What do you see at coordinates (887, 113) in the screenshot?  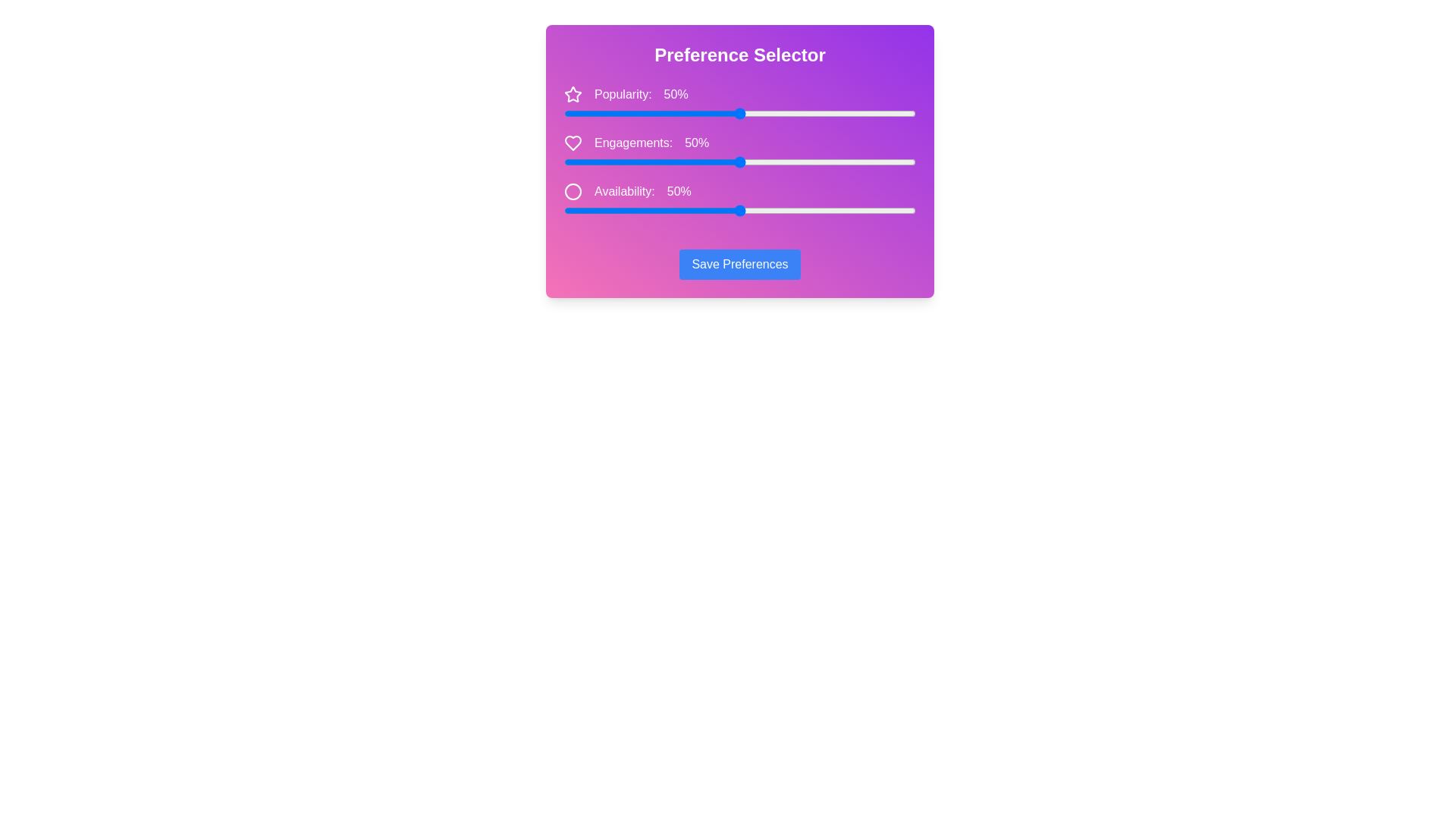 I see `the 'Popularity' slider to 92%` at bounding box center [887, 113].